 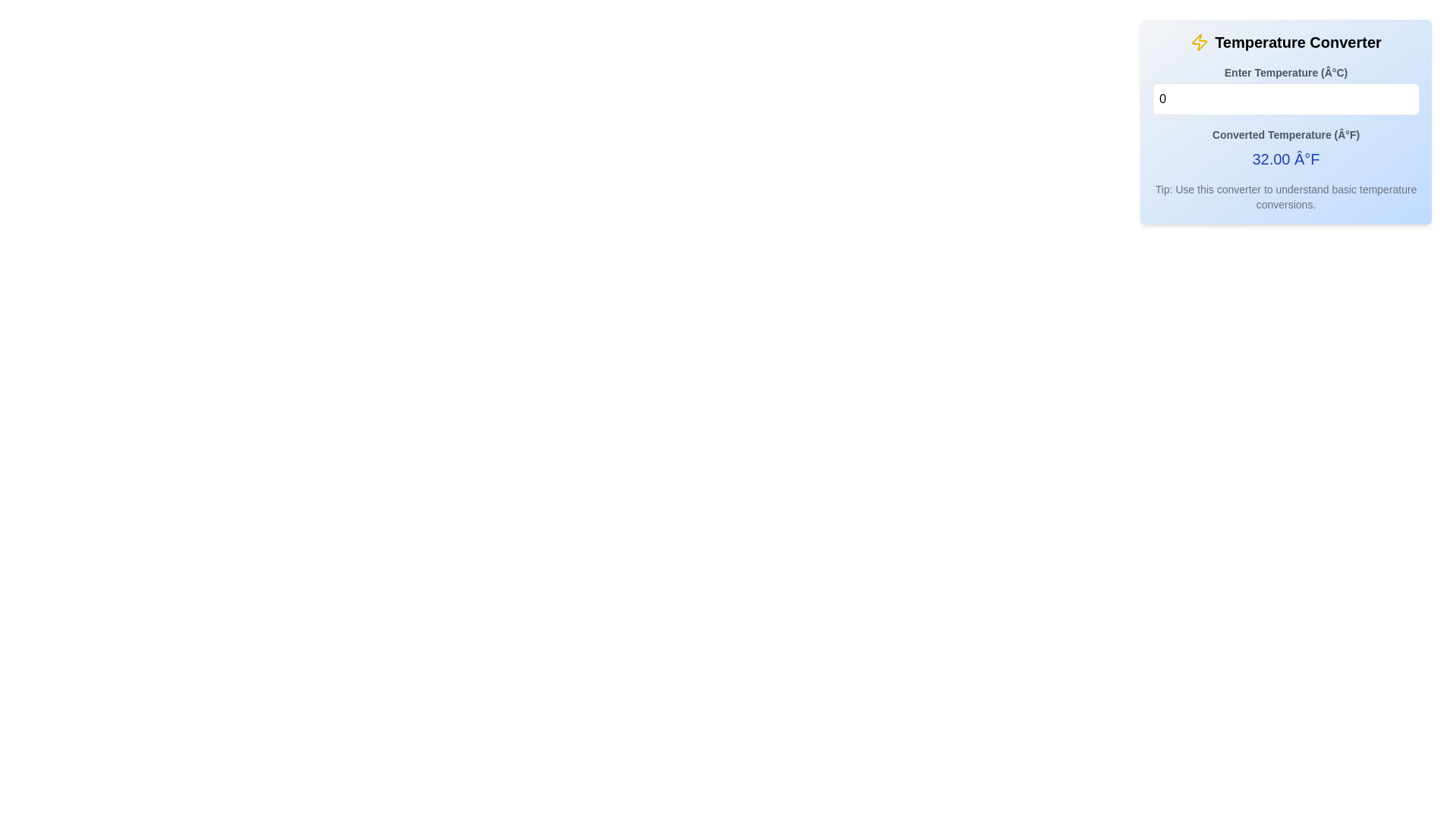 What do you see at coordinates (1285, 42) in the screenshot?
I see `the 'Temperature Converter' text label, which is styled with bold and large text and has a yellow lightning bolt icon adjacent to it, to initiate an action` at bounding box center [1285, 42].